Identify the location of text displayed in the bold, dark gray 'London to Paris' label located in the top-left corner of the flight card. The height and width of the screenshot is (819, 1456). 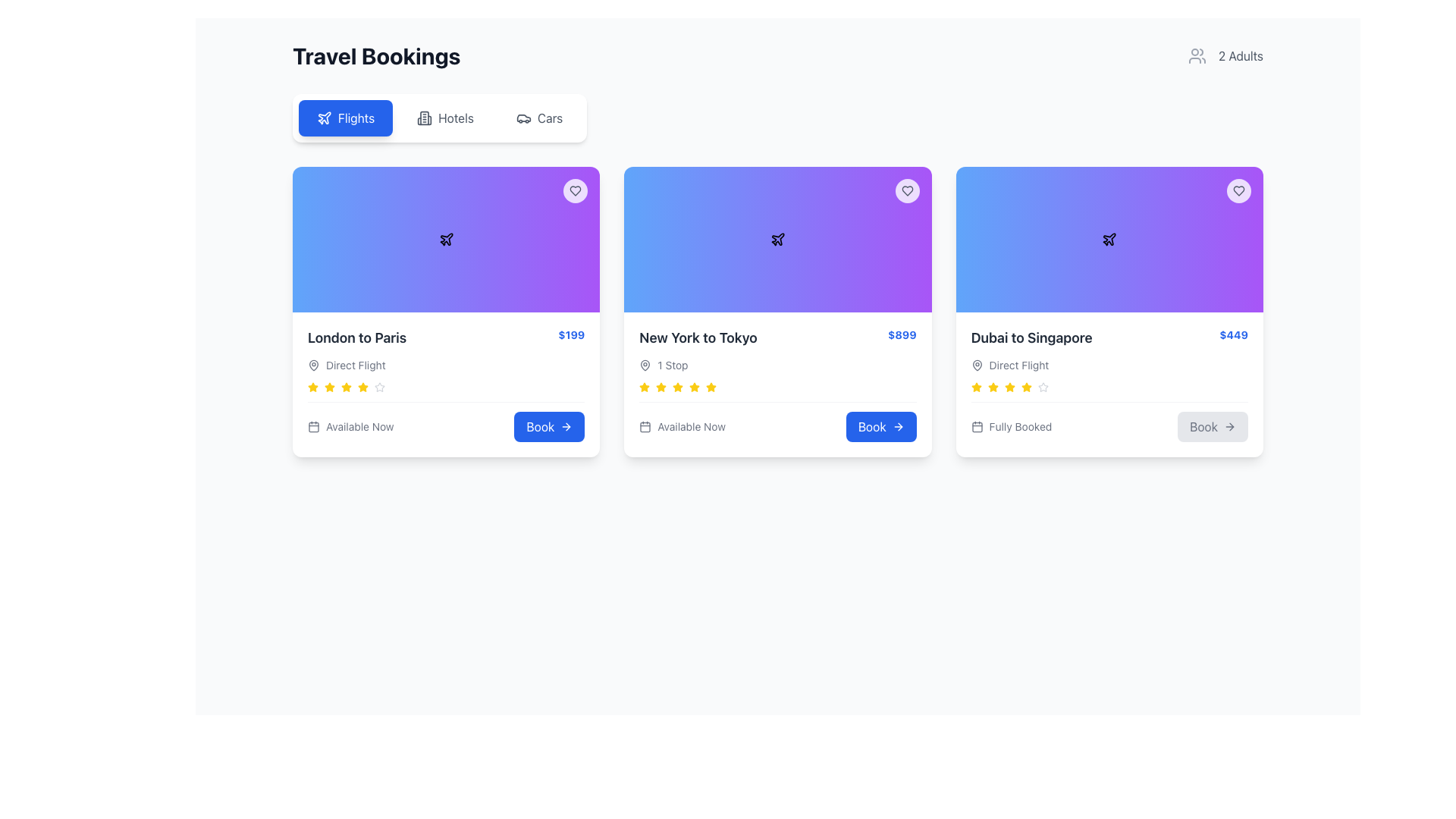
(356, 337).